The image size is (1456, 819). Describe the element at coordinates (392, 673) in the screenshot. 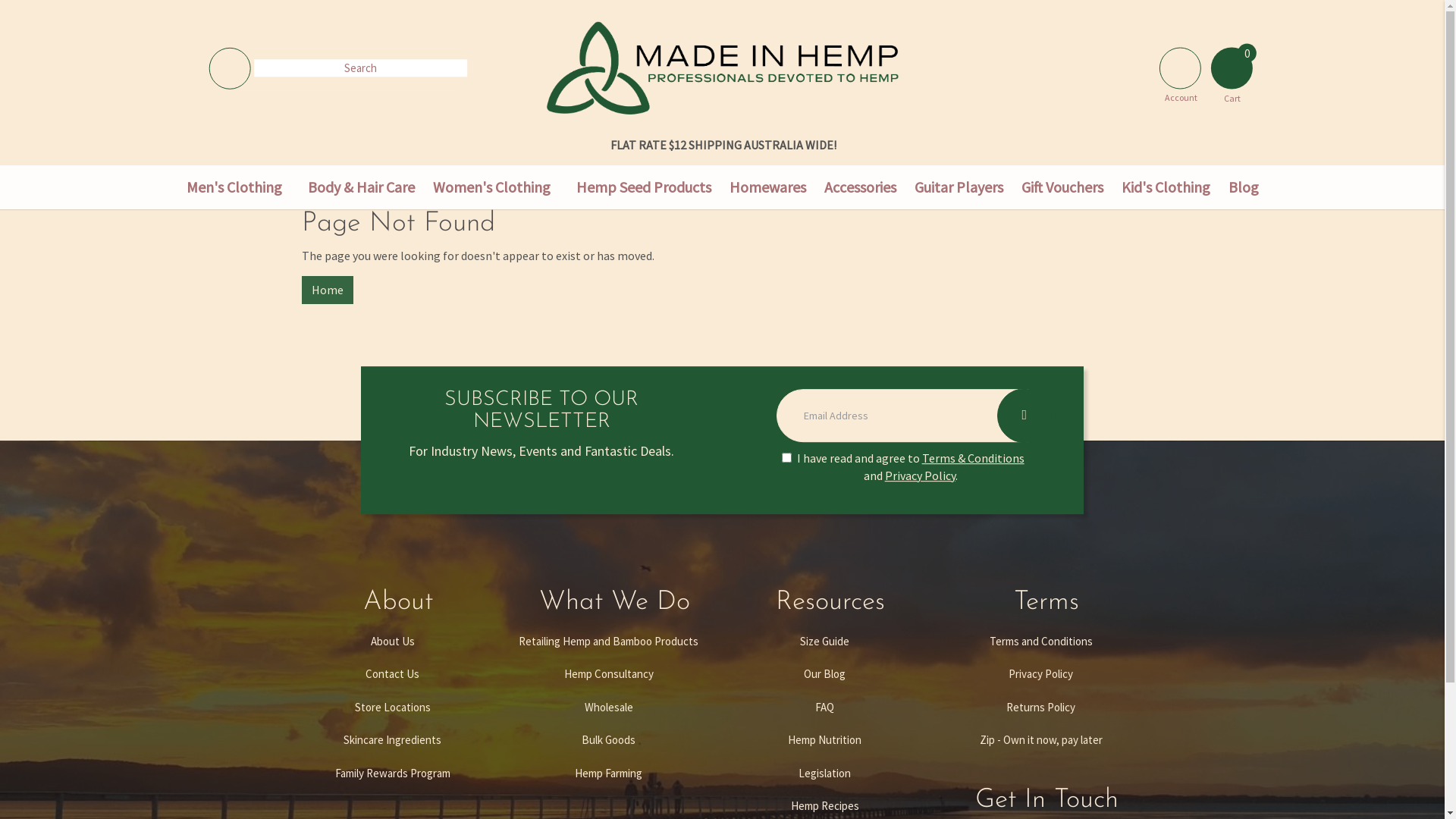

I see `'Contact Us'` at that location.